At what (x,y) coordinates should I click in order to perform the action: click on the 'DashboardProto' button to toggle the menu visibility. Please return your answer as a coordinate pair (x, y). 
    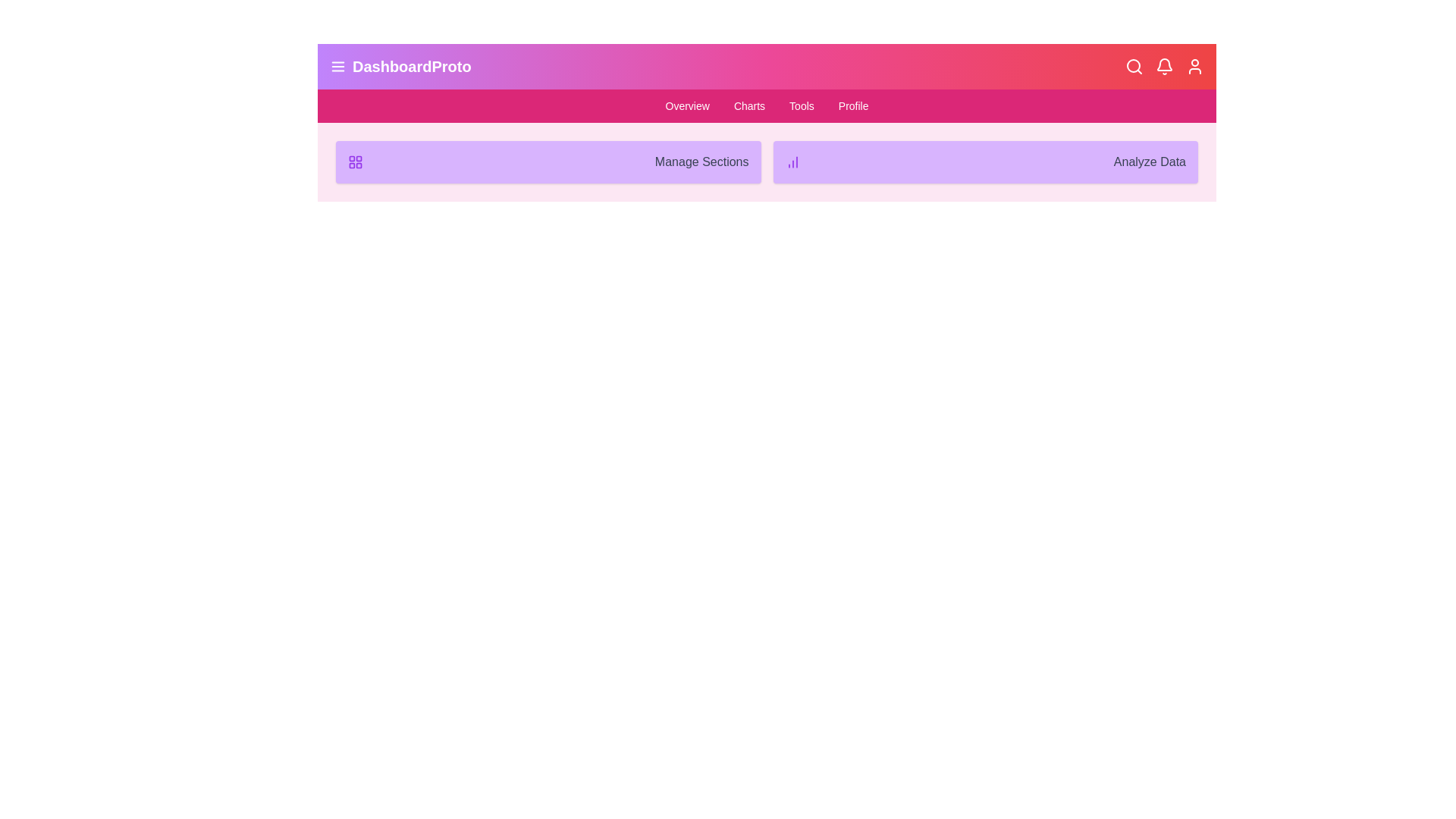
    Looking at the image, I should click on (400, 66).